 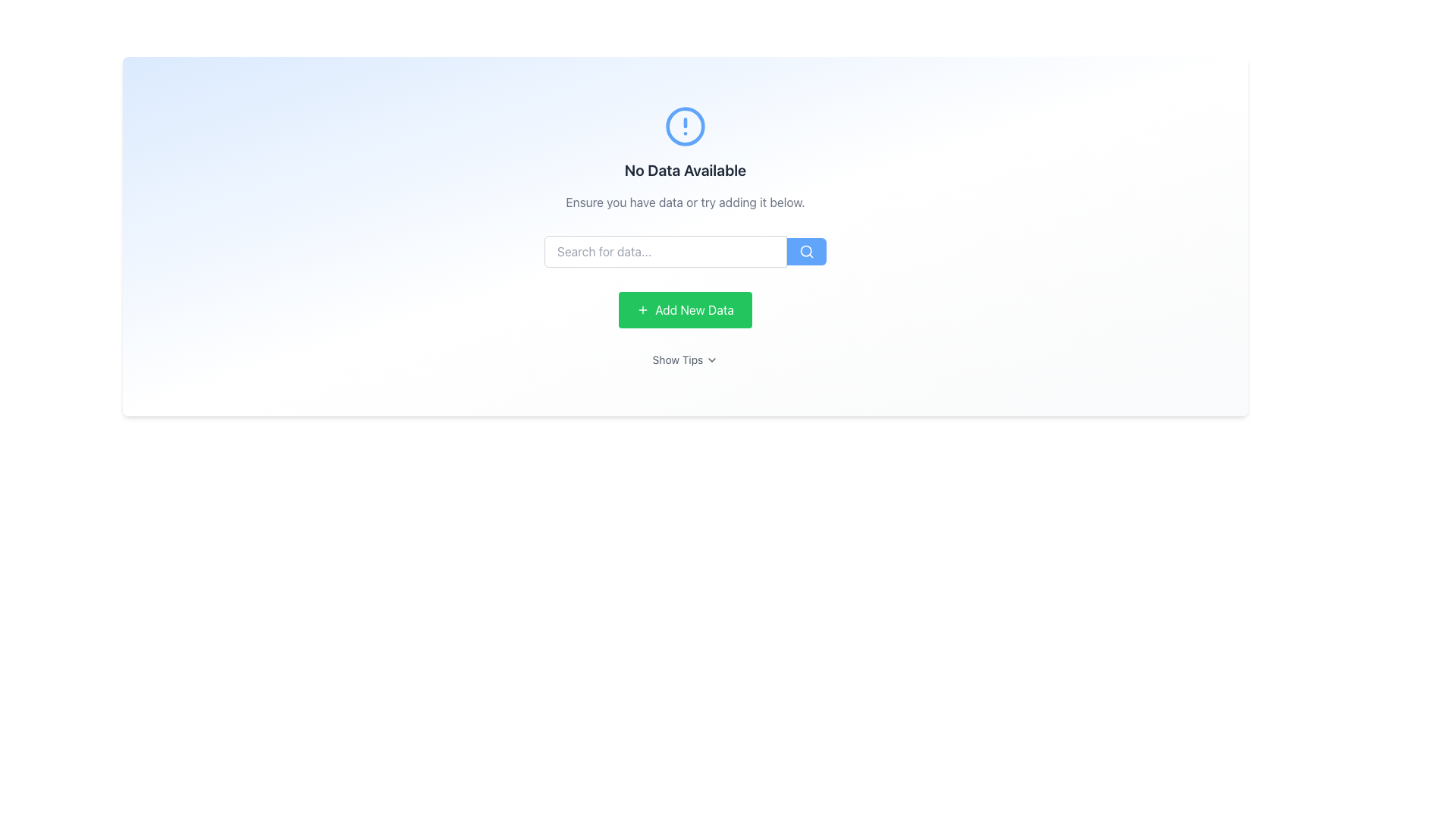 I want to click on the search icon button located at the right corner of the search input bar, so click(x=806, y=250).